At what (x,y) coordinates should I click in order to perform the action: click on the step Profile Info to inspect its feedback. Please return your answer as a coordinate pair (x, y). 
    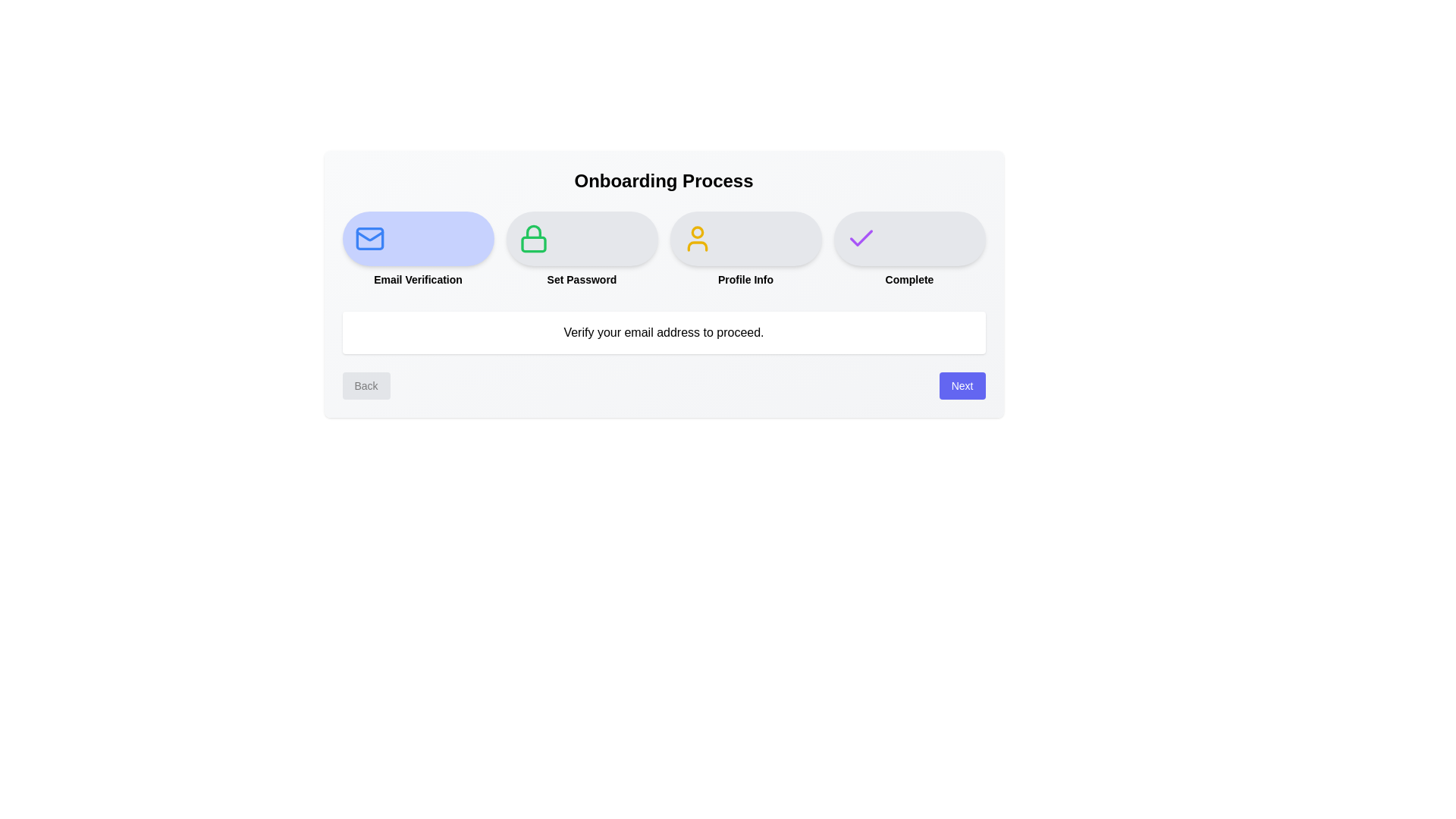
    Looking at the image, I should click on (745, 239).